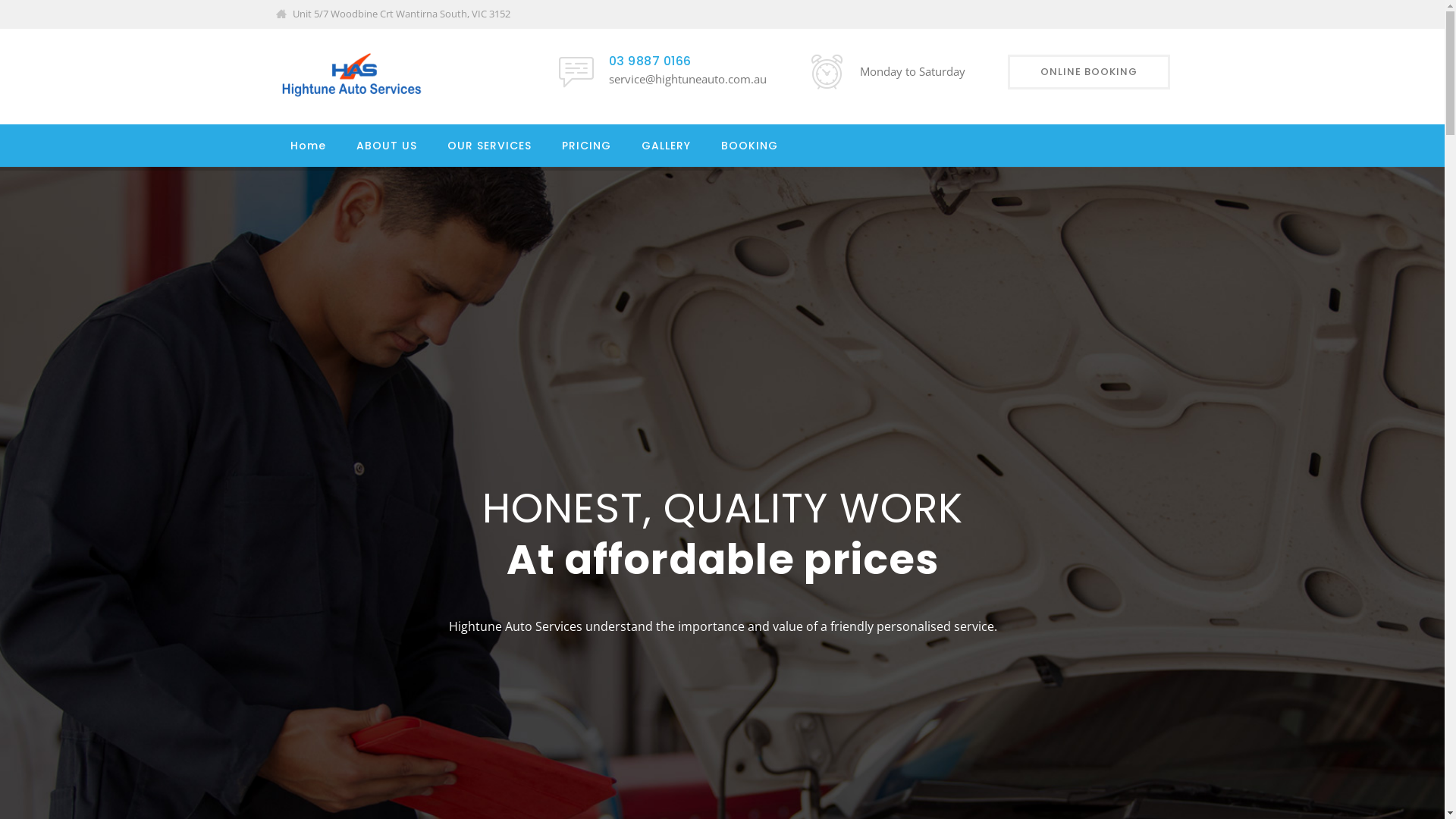  What do you see at coordinates (666, 146) in the screenshot?
I see `'GALLERY'` at bounding box center [666, 146].